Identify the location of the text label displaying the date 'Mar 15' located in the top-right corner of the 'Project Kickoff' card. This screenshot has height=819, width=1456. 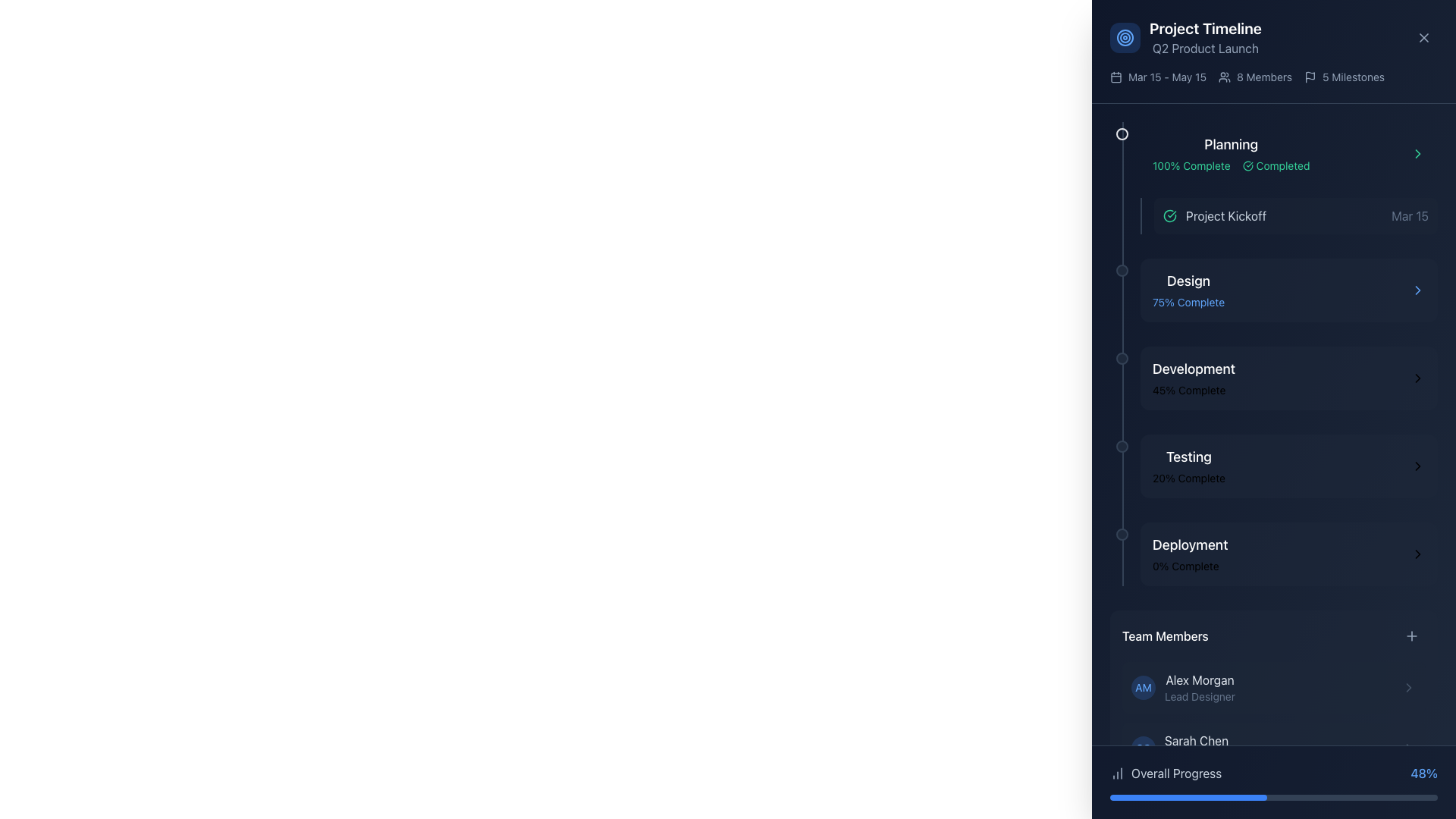
(1409, 216).